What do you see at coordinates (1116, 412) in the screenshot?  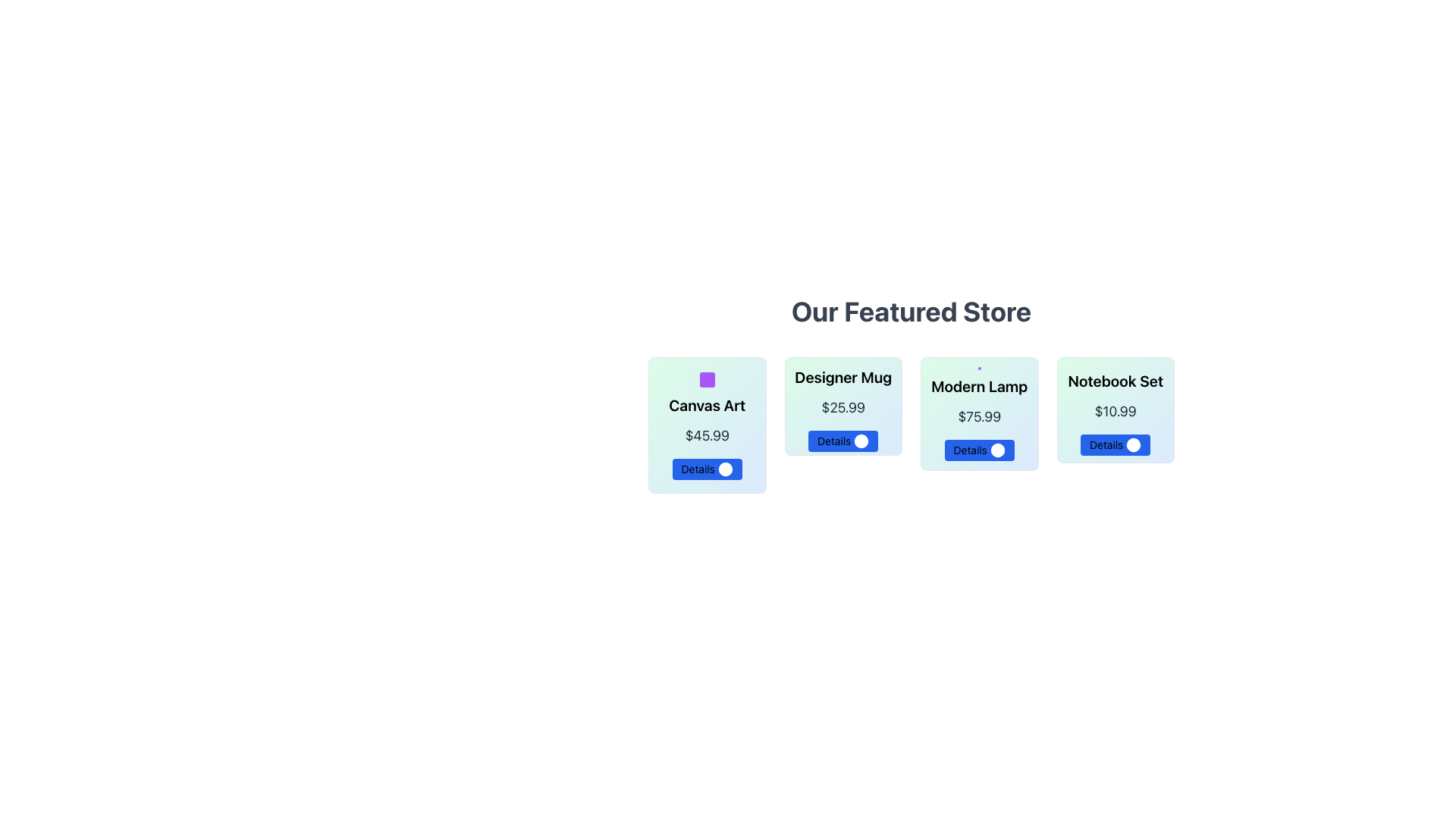 I see `price text label displaying '$10.99' located centrally in the Notebook Set section, positioned between the title 'Notebook Set' and the 'Details' button` at bounding box center [1116, 412].